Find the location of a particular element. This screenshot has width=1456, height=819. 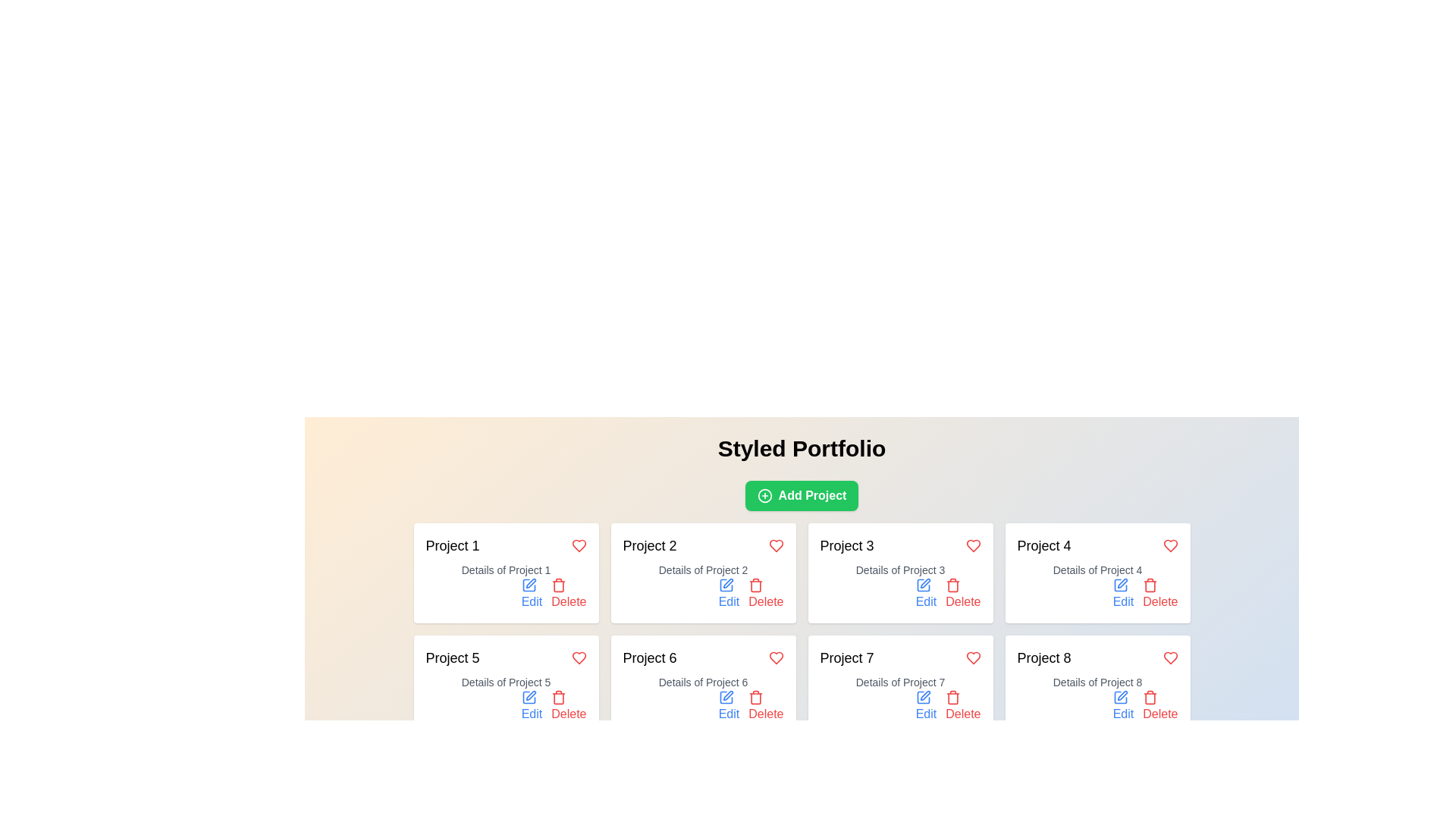

the 'Edit' button located at the bottom-right corner of the 'Project 5' card to change its color is located at coordinates (532, 707).